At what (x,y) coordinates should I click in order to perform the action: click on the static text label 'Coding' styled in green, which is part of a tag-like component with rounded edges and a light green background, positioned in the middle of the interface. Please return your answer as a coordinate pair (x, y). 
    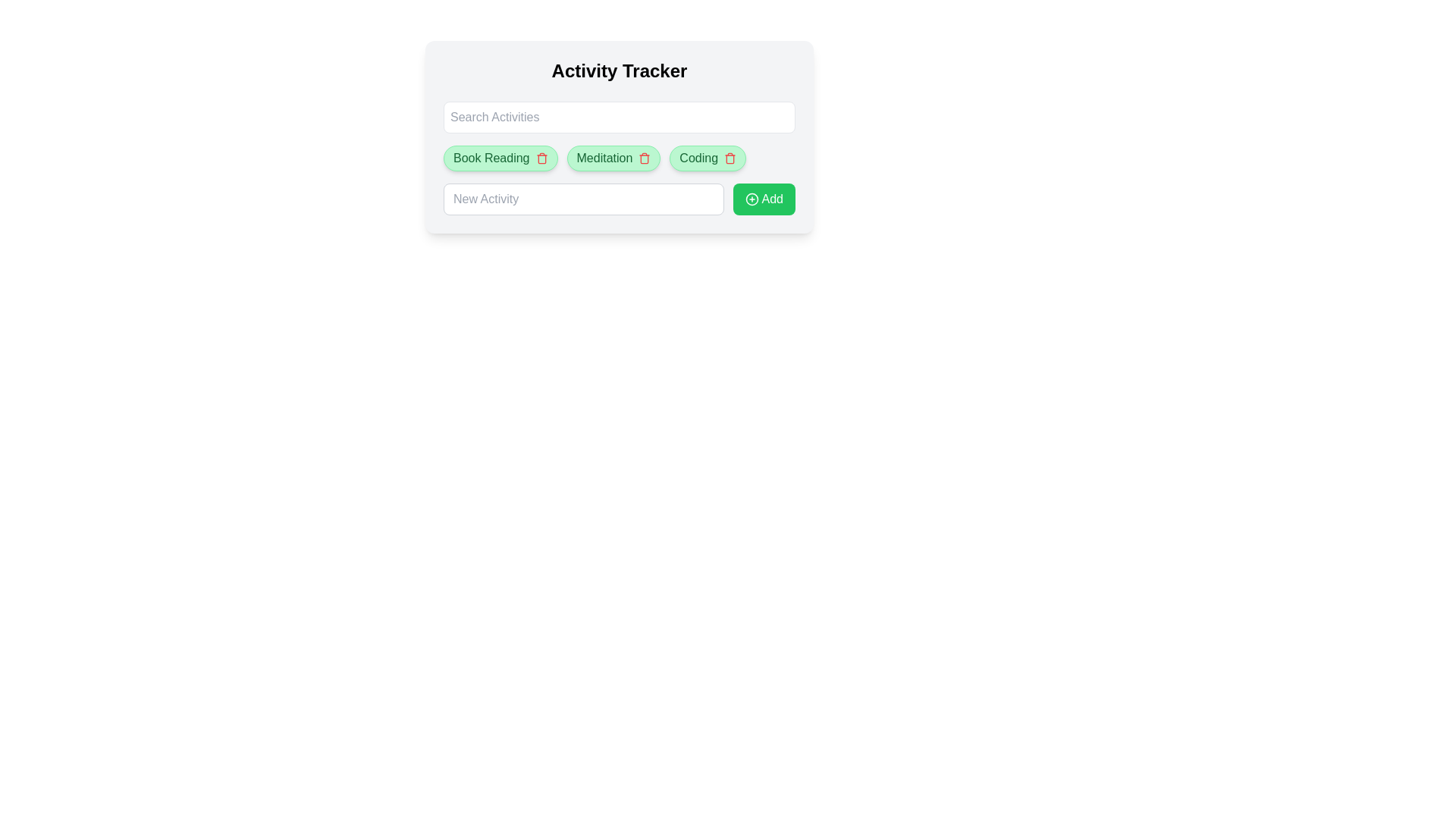
    Looking at the image, I should click on (698, 158).